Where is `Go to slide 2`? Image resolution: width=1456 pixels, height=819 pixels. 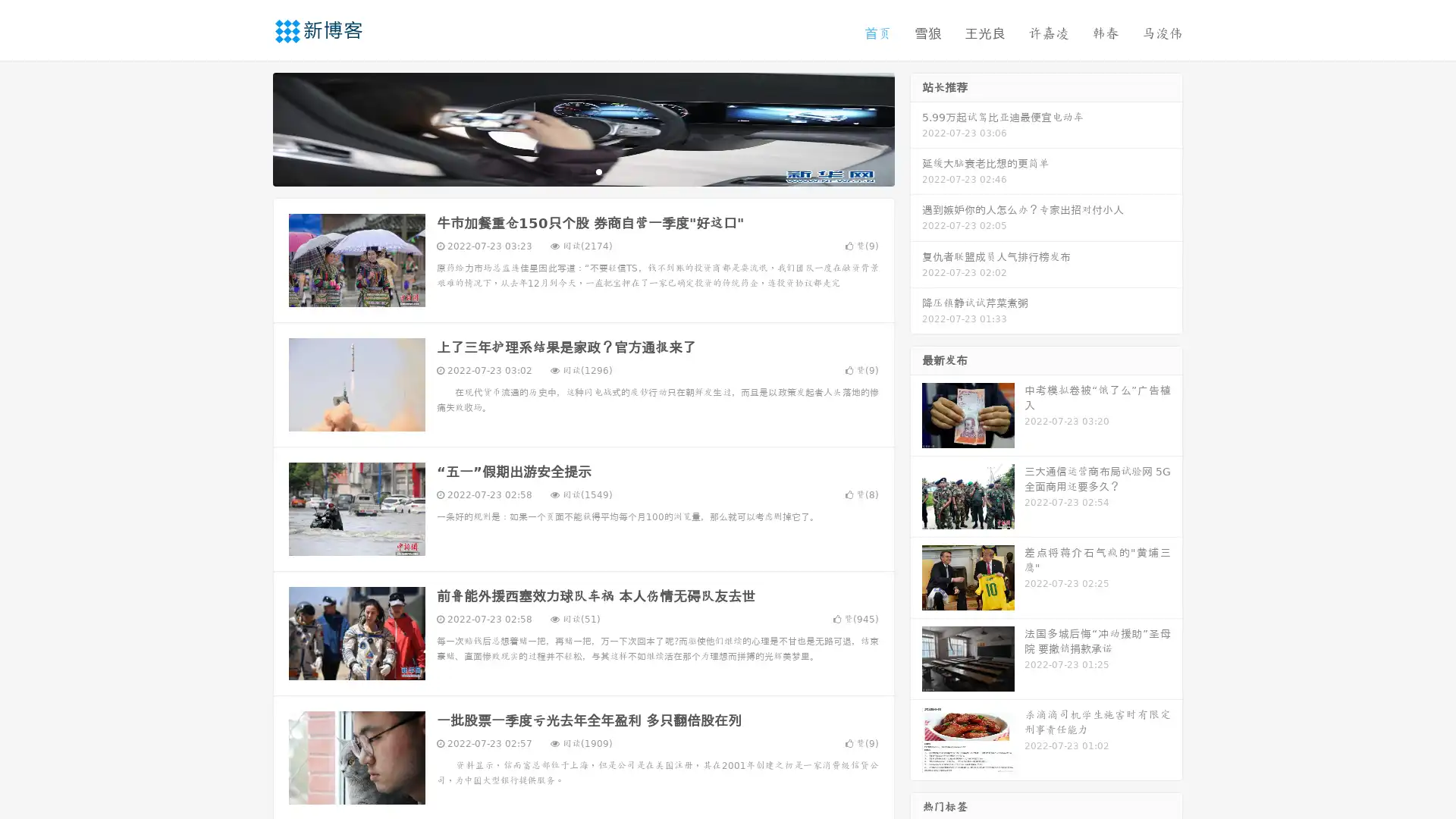 Go to slide 2 is located at coordinates (582, 171).